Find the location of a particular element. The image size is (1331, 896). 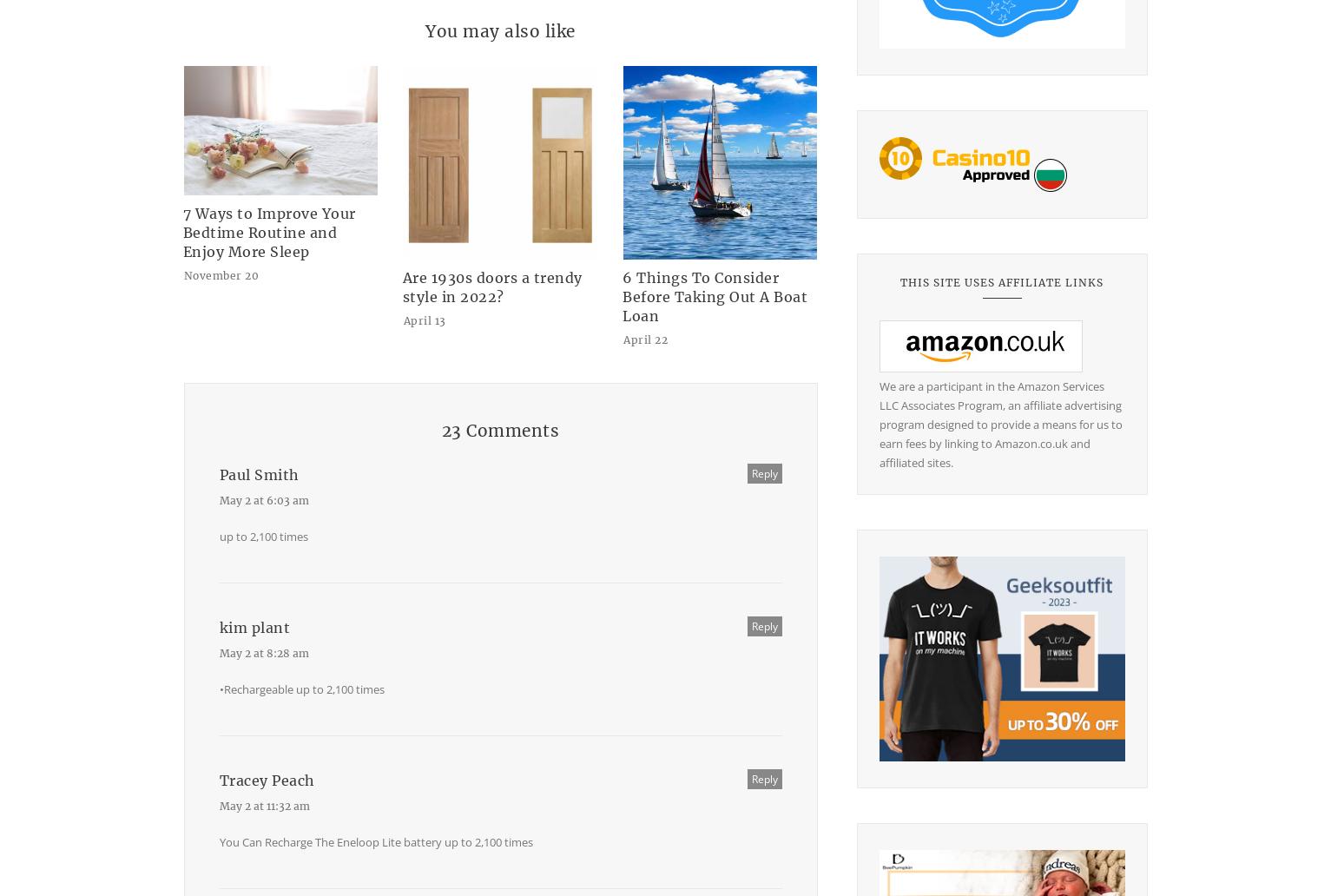

'May 2 at 6:03 am' is located at coordinates (263, 500).